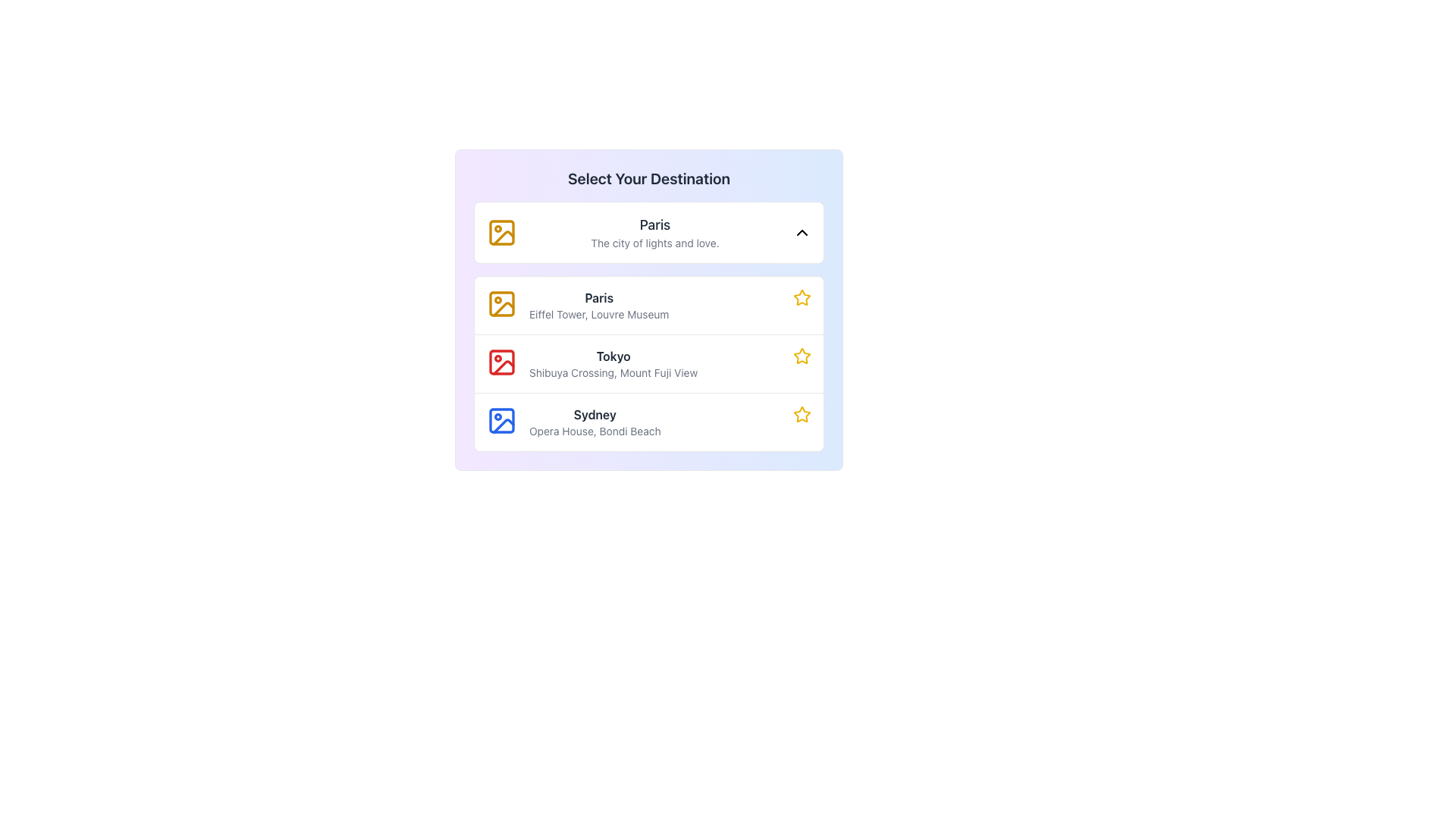 Image resolution: width=1456 pixels, height=819 pixels. I want to click on text label containing 'Eiffel Tower, Louvre Museum' which is styled in light gray font and positioned directly below the title 'Paris', so click(598, 314).